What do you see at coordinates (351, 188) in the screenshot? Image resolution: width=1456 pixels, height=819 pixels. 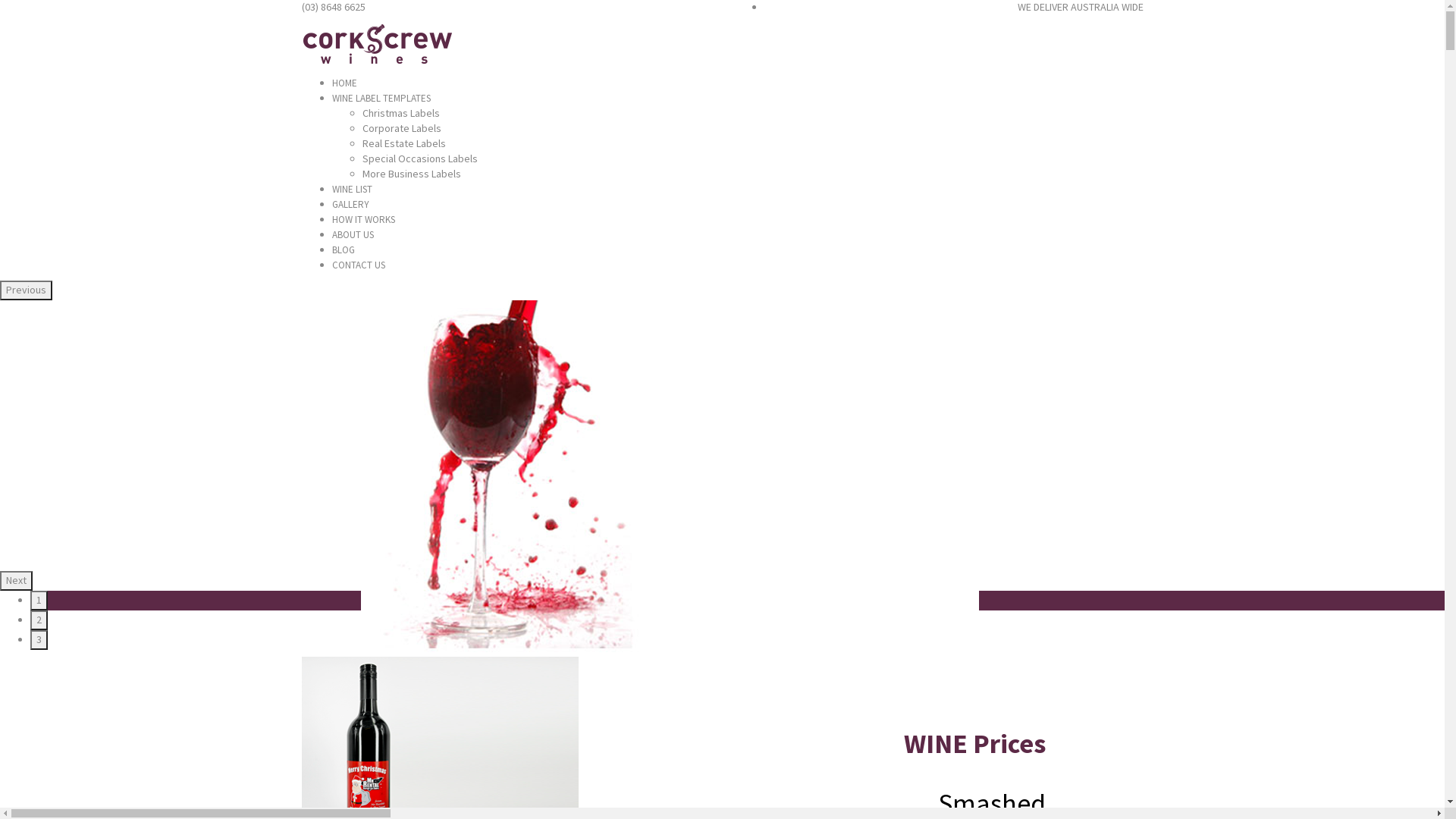 I see `'WINE LIST'` at bounding box center [351, 188].